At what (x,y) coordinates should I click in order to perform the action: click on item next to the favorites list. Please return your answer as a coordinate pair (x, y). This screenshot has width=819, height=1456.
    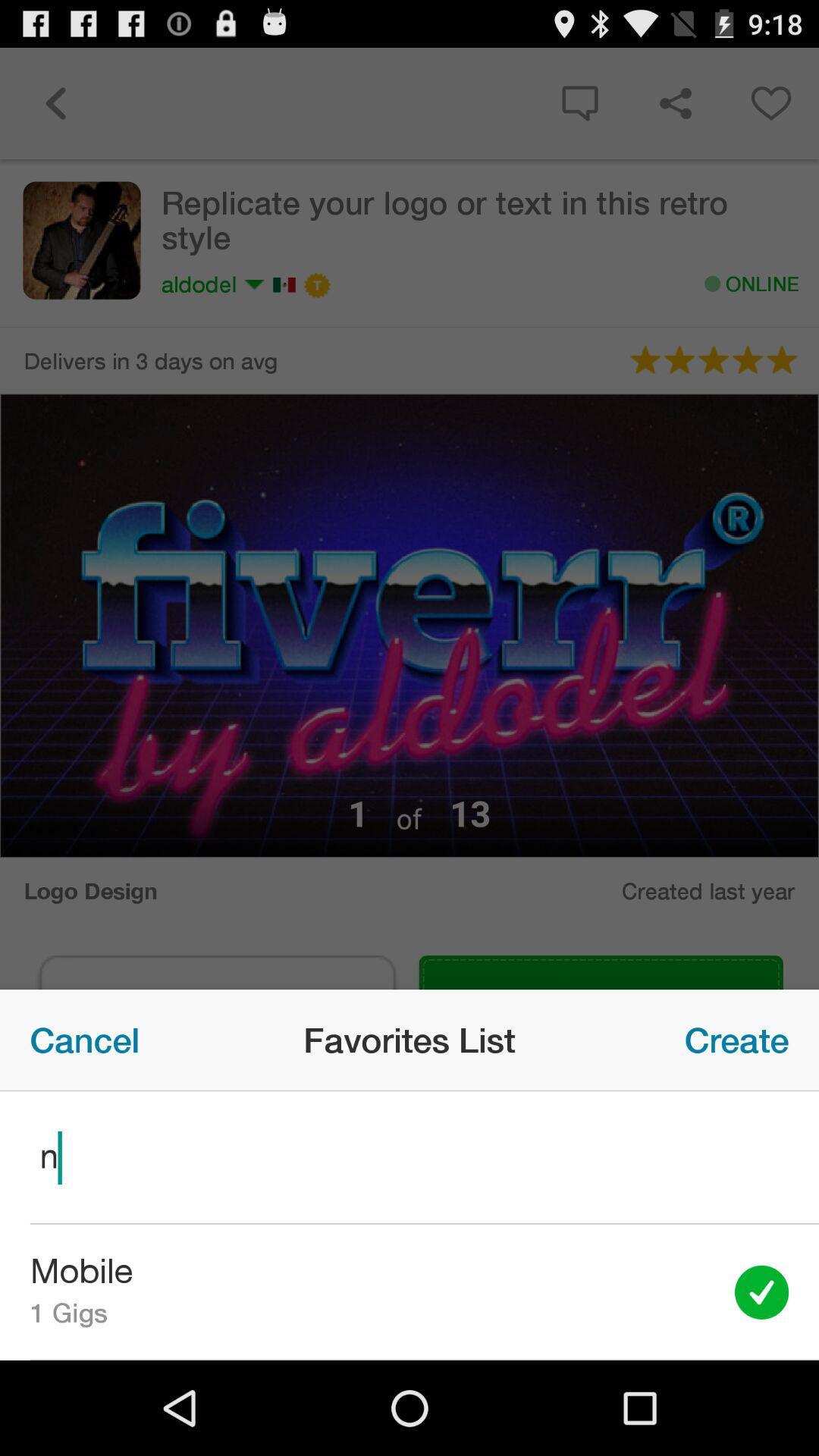
    Looking at the image, I should click on (84, 1039).